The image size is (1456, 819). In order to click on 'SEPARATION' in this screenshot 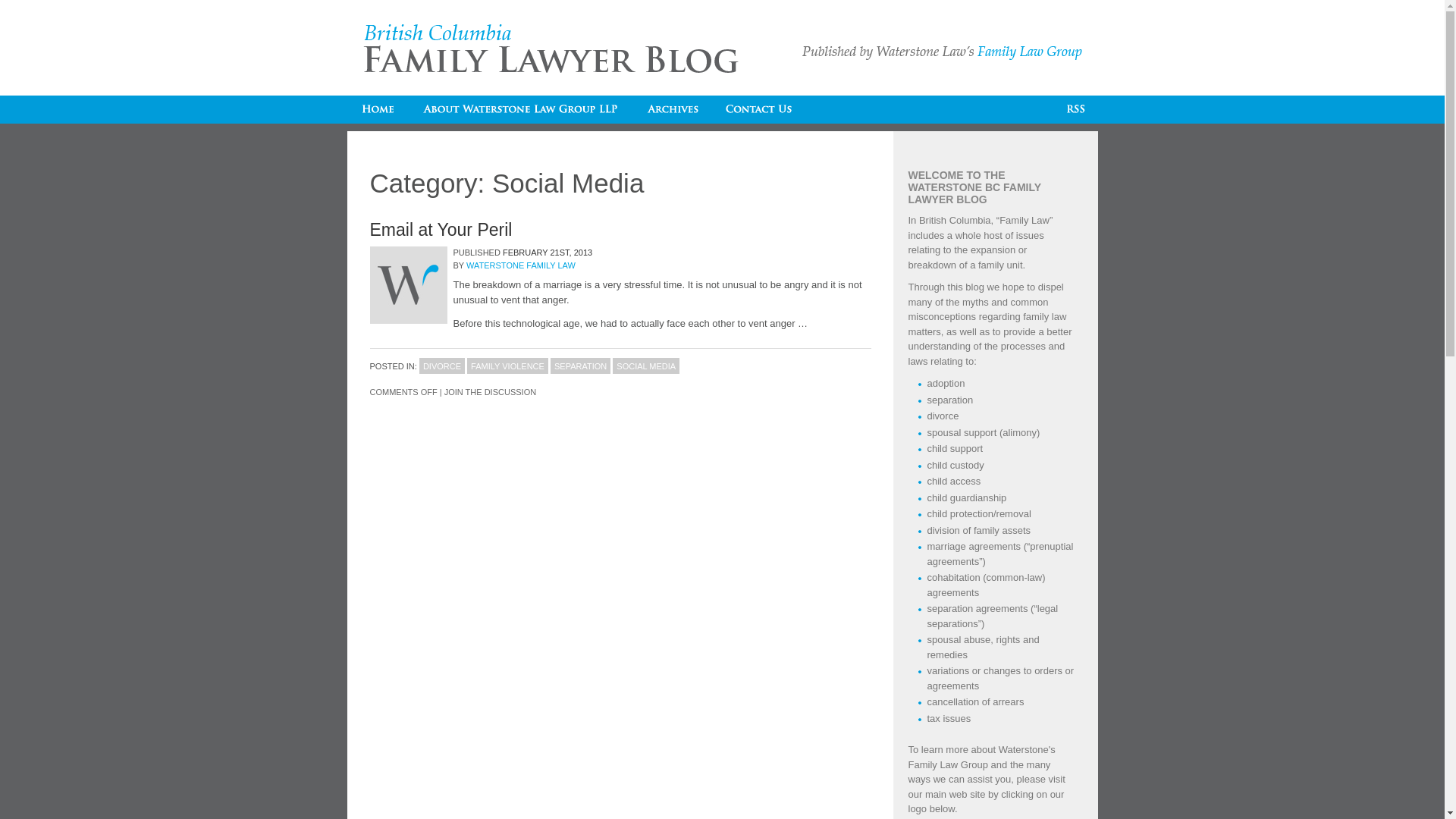, I will do `click(579, 366)`.